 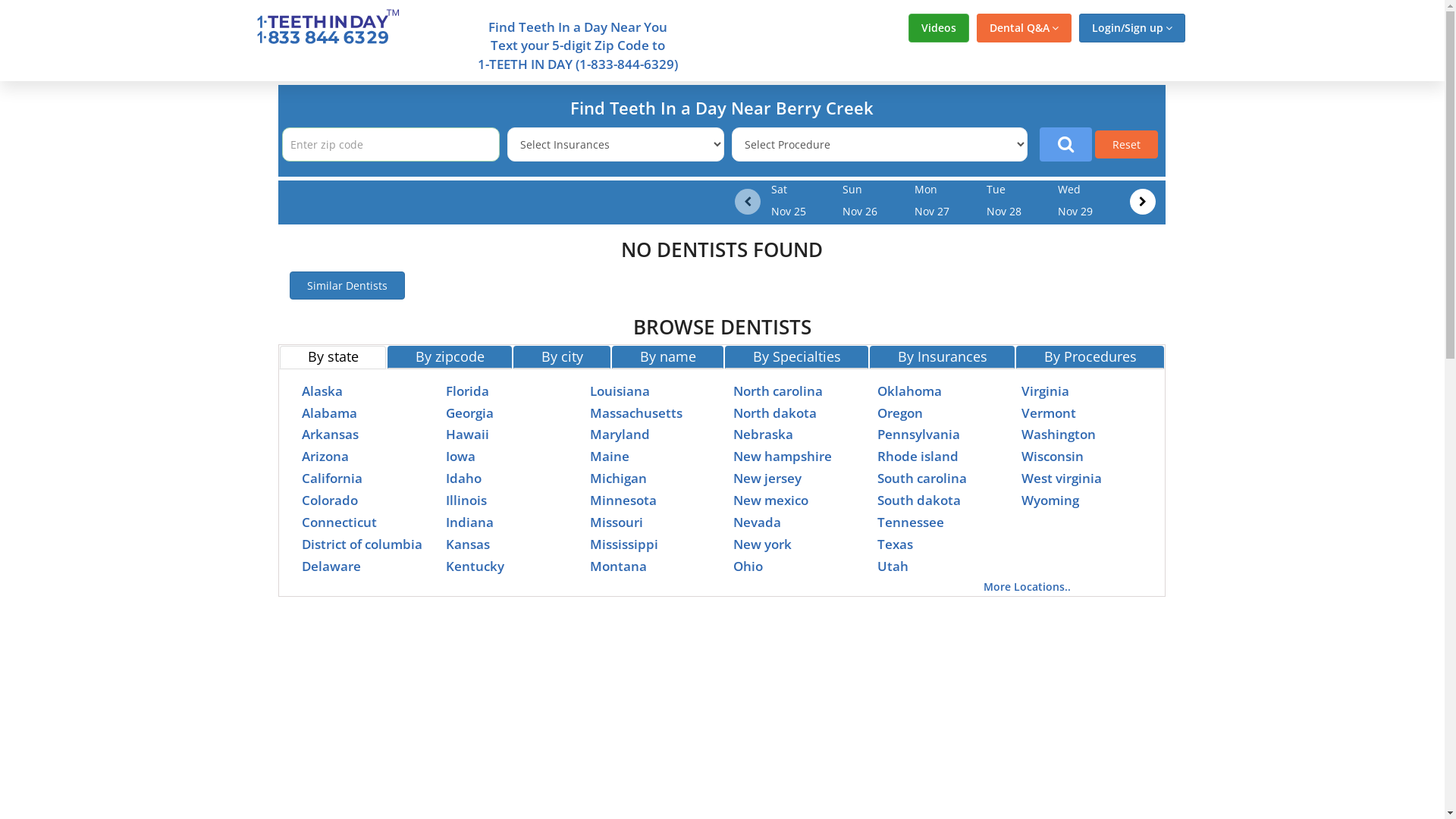 What do you see at coordinates (1131, 28) in the screenshot?
I see `'Login/Sign up'` at bounding box center [1131, 28].